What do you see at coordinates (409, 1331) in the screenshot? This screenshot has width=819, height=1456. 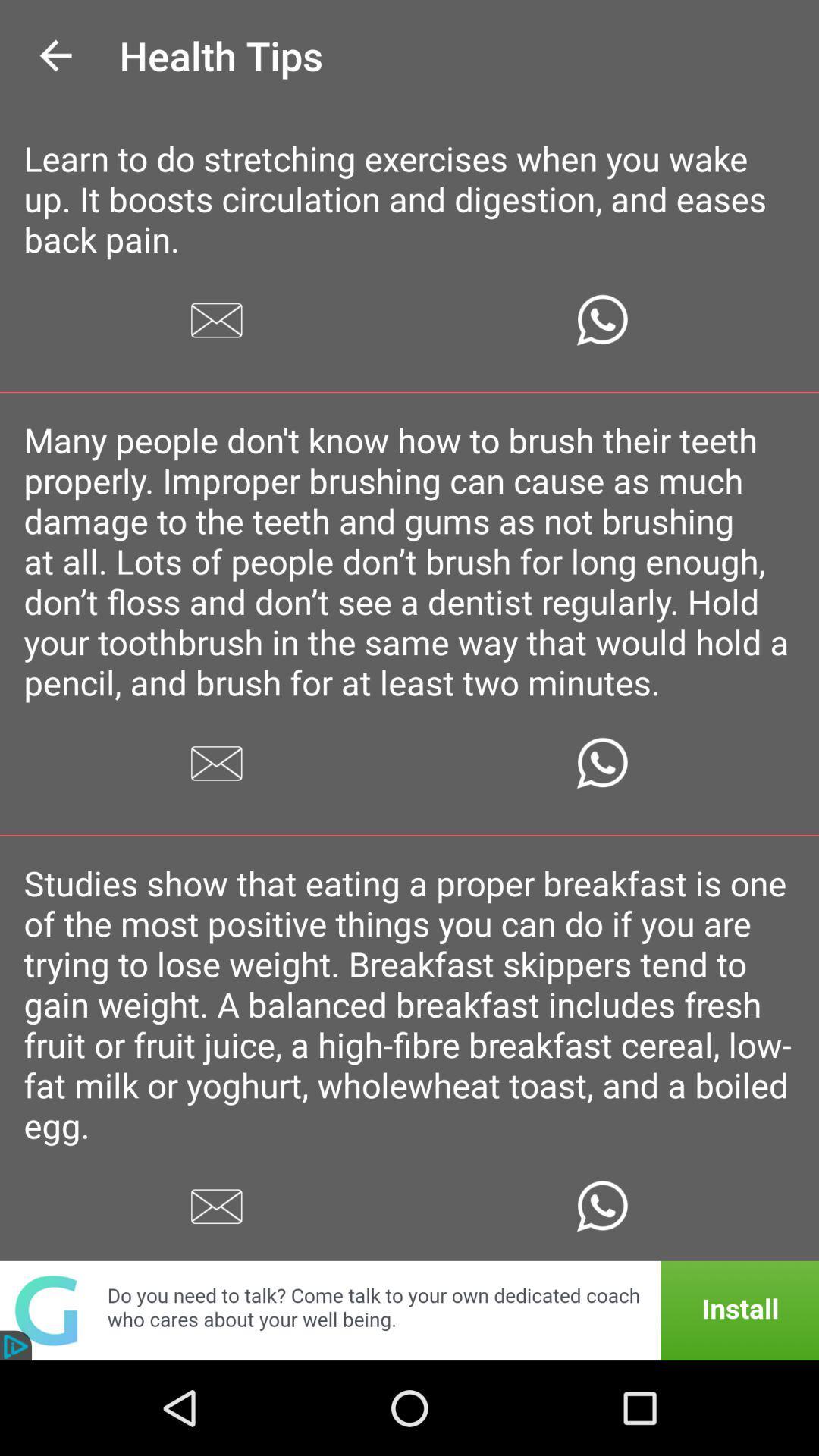 I see `the garlic onions spring icon` at bounding box center [409, 1331].